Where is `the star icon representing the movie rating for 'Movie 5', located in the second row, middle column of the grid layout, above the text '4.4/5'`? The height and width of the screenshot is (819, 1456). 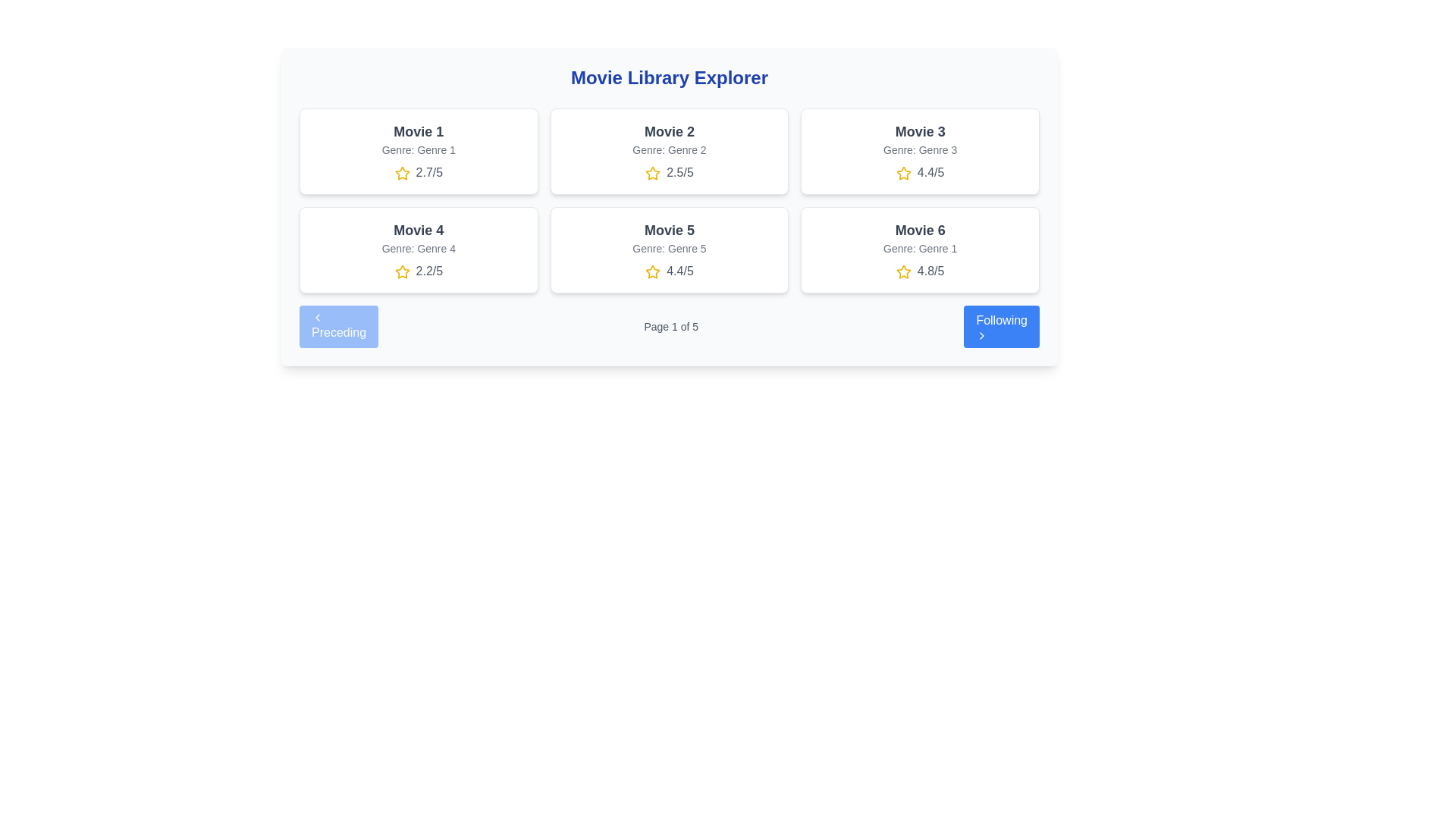 the star icon representing the movie rating for 'Movie 5', located in the second row, middle column of the grid layout, above the text '4.4/5' is located at coordinates (653, 271).